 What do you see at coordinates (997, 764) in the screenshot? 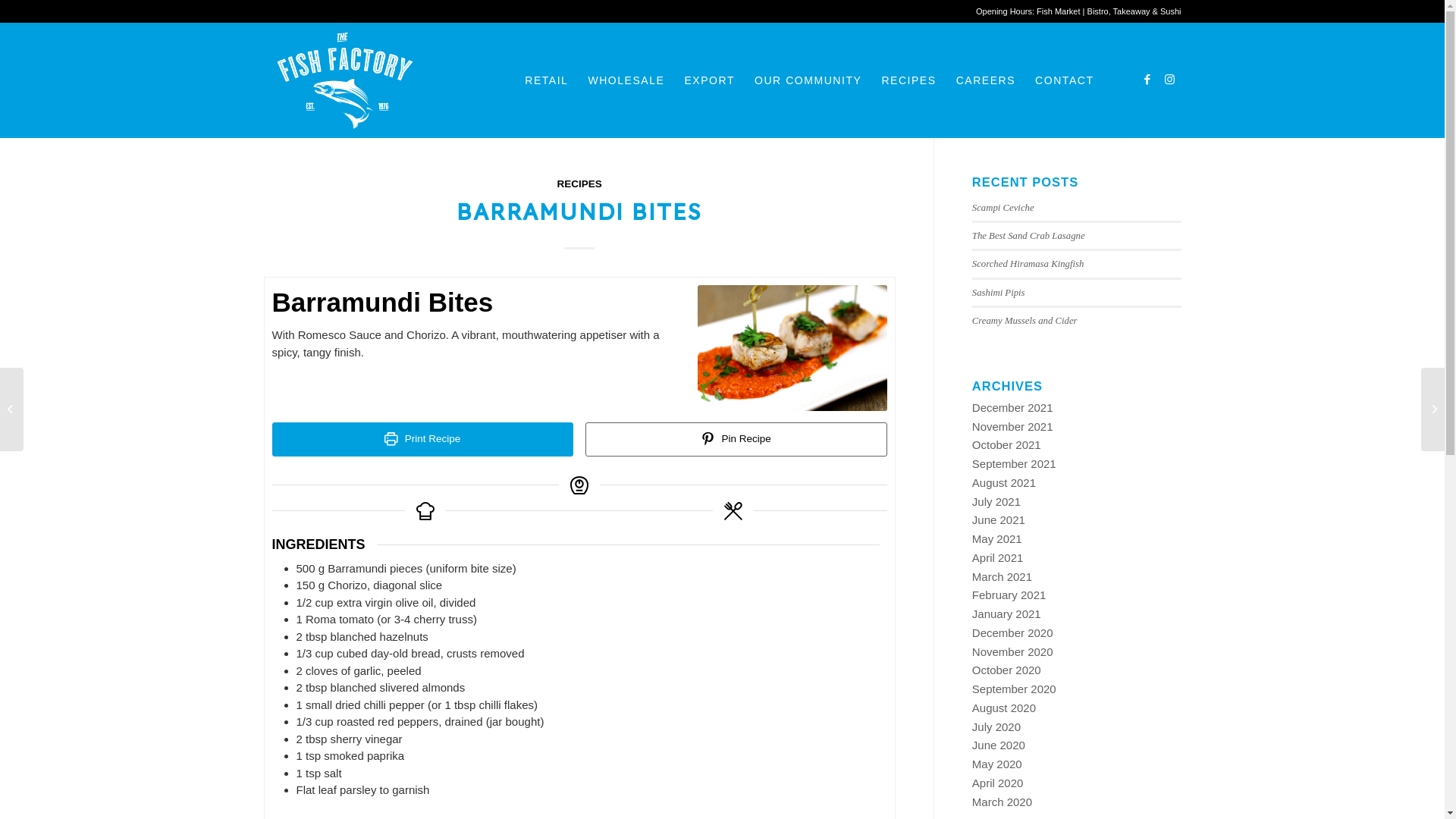
I see `'May 2020'` at bounding box center [997, 764].